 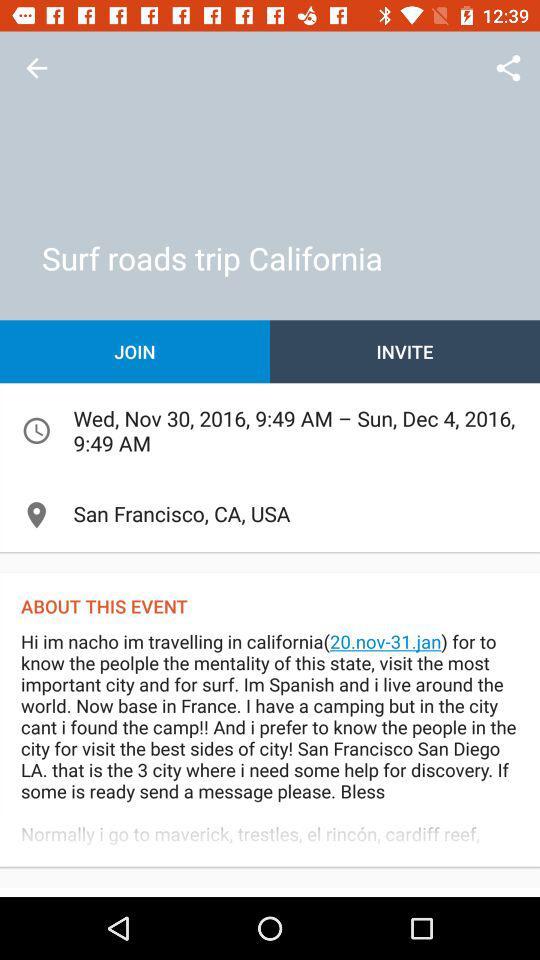 What do you see at coordinates (405, 351) in the screenshot?
I see `the icon to the right of the join item` at bounding box center [405, 351].